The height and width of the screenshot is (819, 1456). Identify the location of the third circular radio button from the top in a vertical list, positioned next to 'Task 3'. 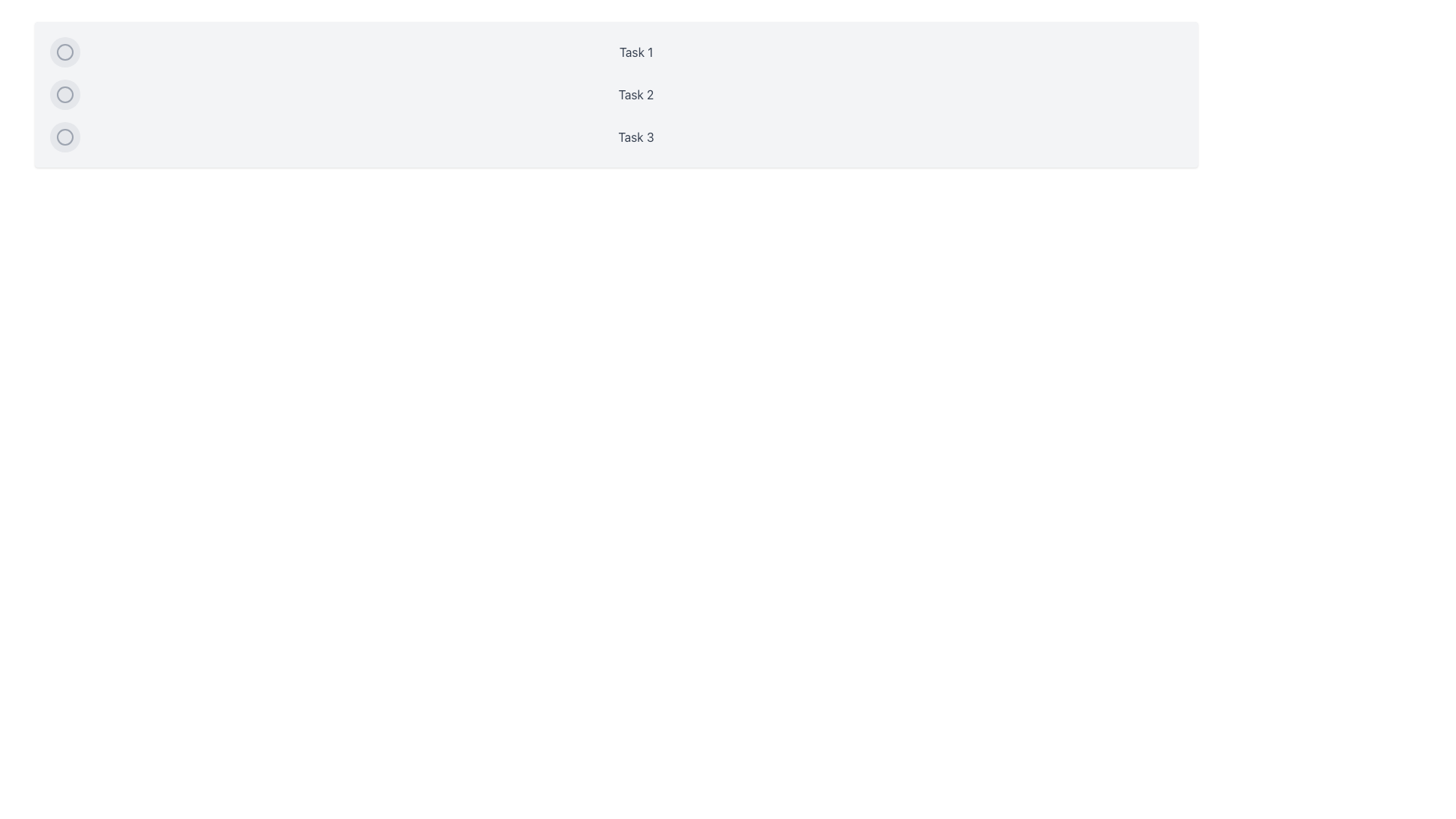
(64, 137).